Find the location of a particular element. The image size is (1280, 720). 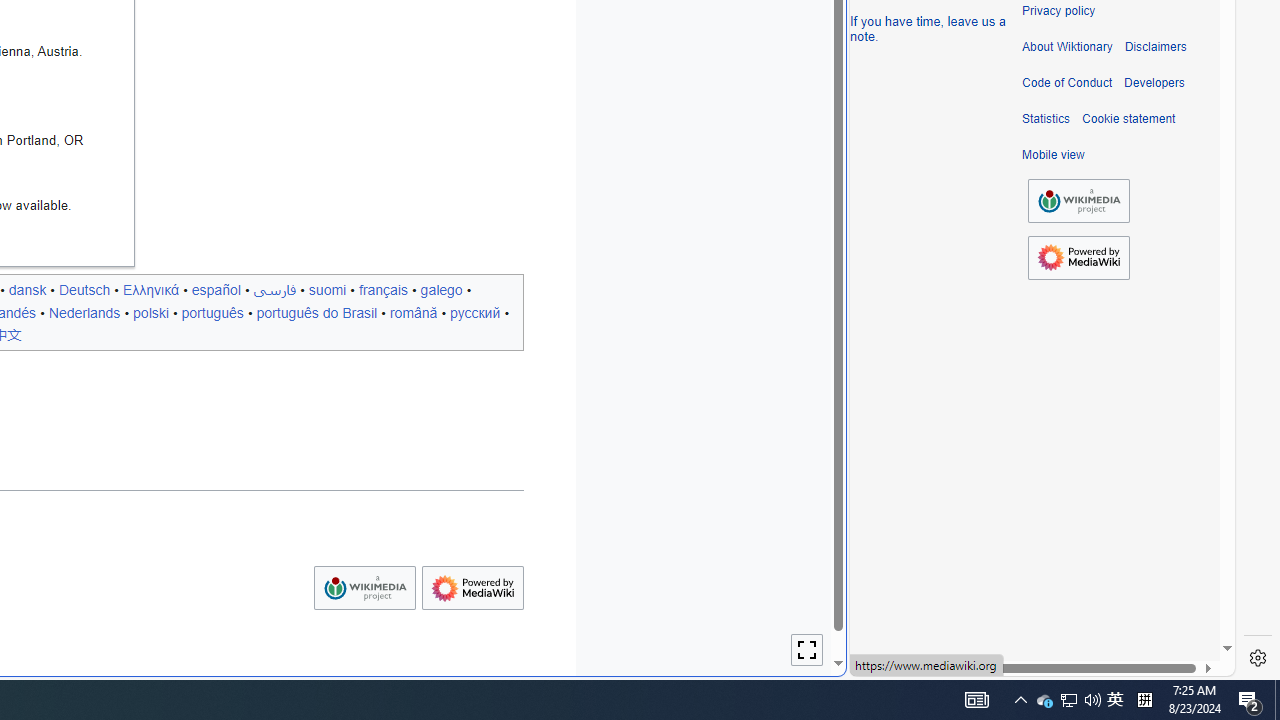

'polski' is located at coordinates (150, 312).